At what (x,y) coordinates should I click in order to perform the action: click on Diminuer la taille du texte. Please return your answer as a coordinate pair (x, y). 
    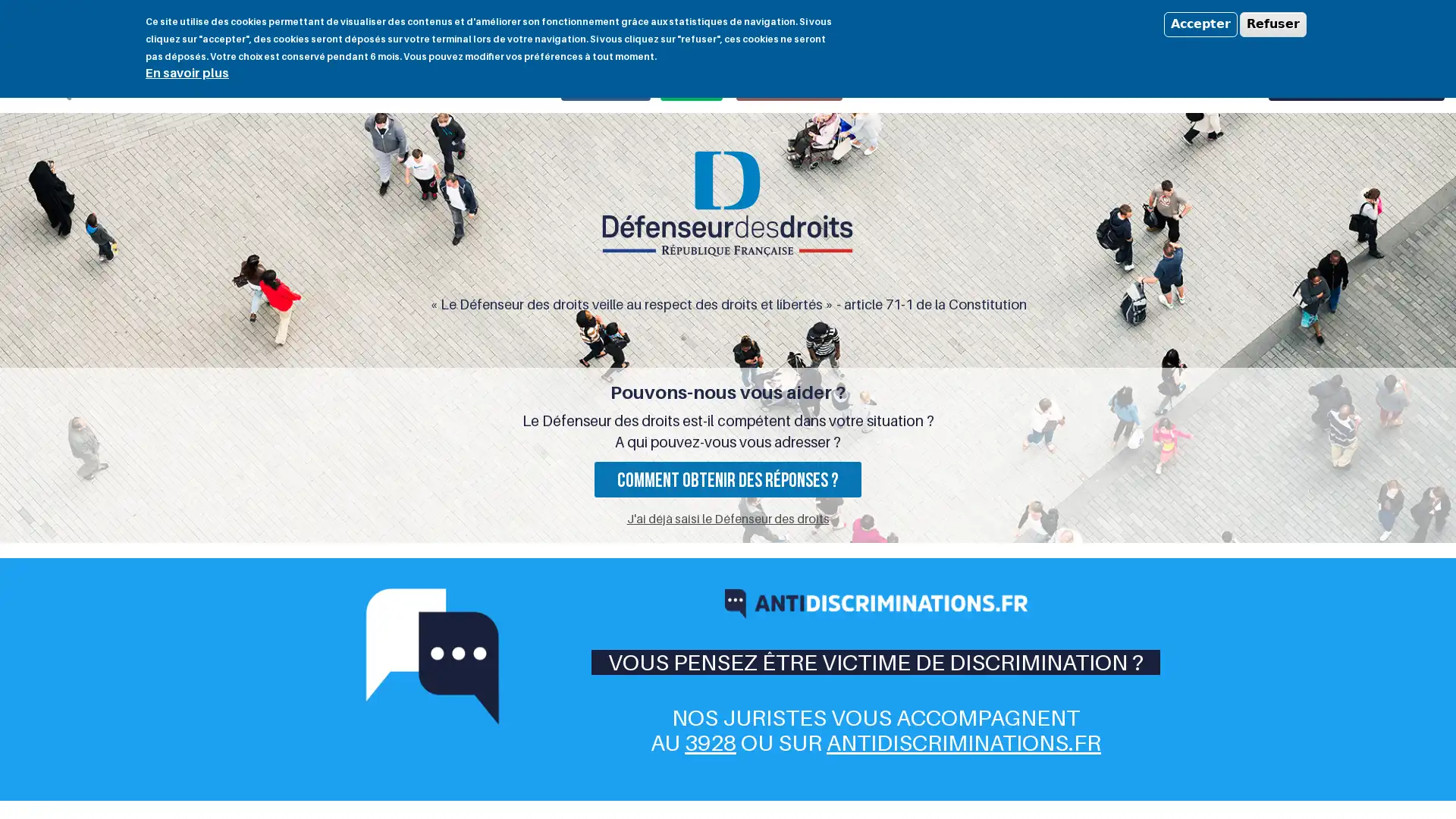
    Looking at the image, I should click on (1252, 24).